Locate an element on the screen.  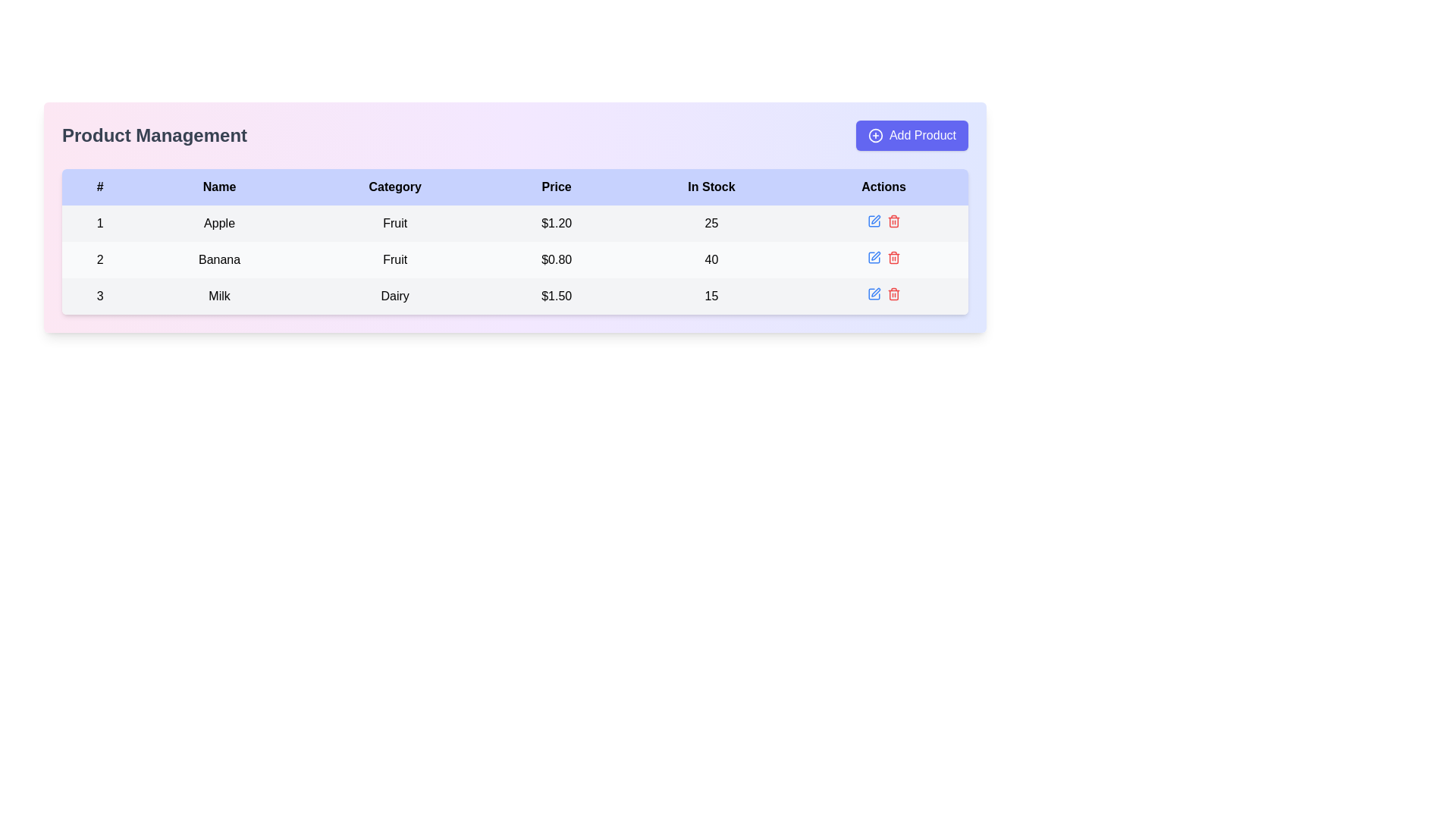
the numeric value '40' displayed in bold black text located in the 'In Stock' column under the 'Banana' entry in the table is located at coordinates (711, 259).